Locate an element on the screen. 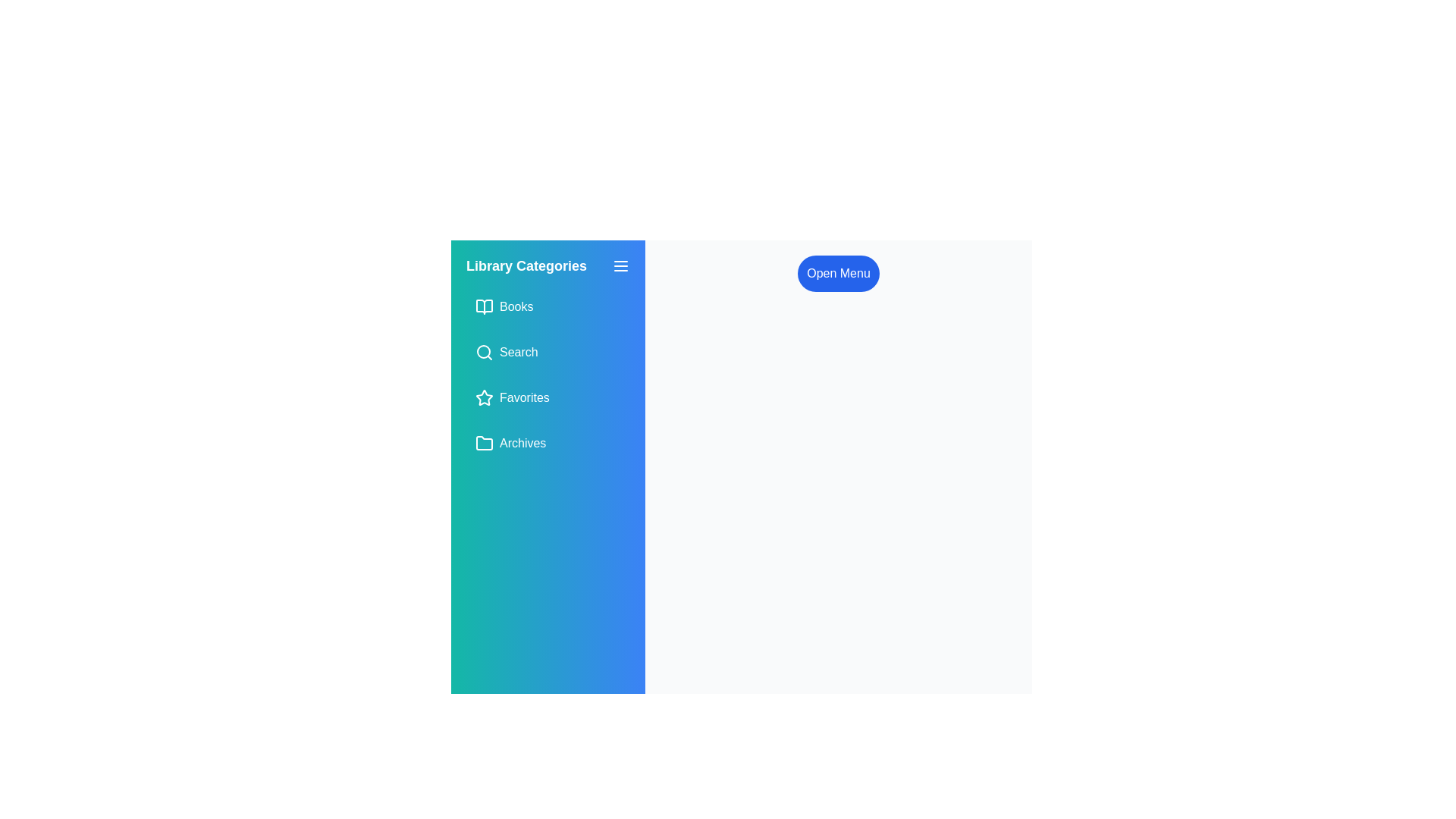  the 'Open Menu' button to open the sidebar is located at coordinates (836, 274).